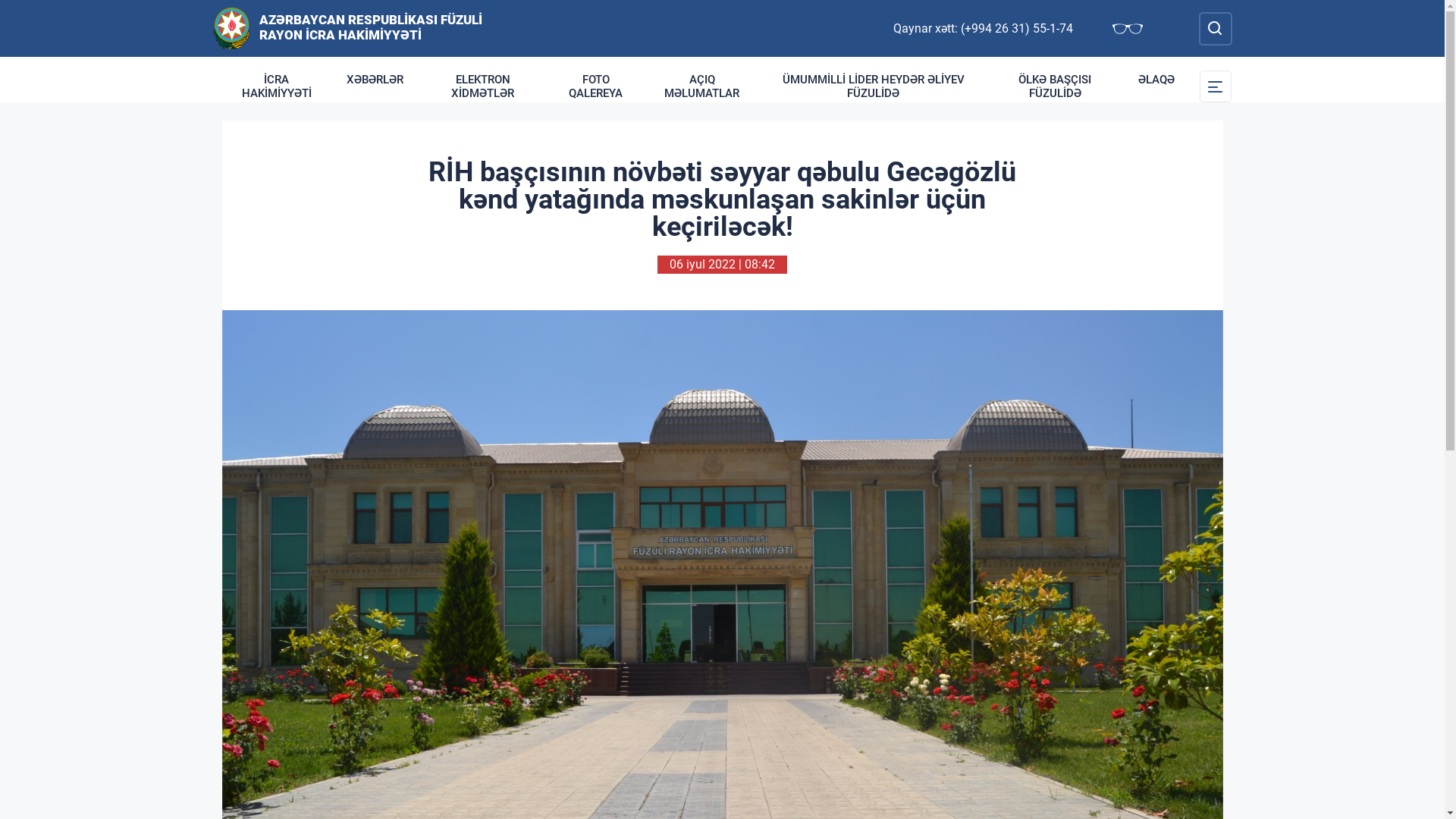 The width and height of the screenshot is (1456, 819). I want to click on 'FOTO QALEREYA', so click(595, 86).